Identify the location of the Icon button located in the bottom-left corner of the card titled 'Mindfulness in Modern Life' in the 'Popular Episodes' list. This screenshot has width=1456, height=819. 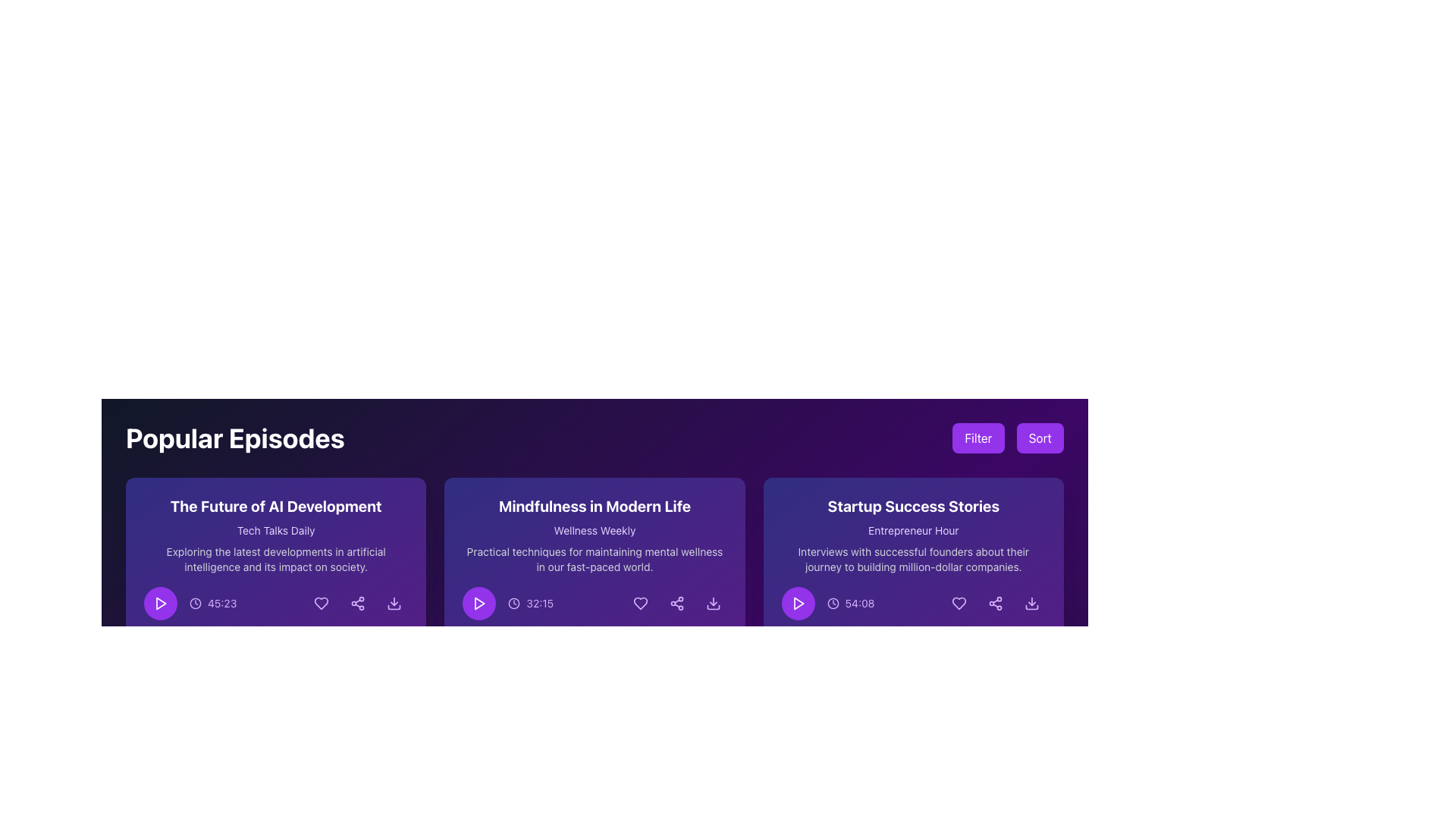
(479, 602).